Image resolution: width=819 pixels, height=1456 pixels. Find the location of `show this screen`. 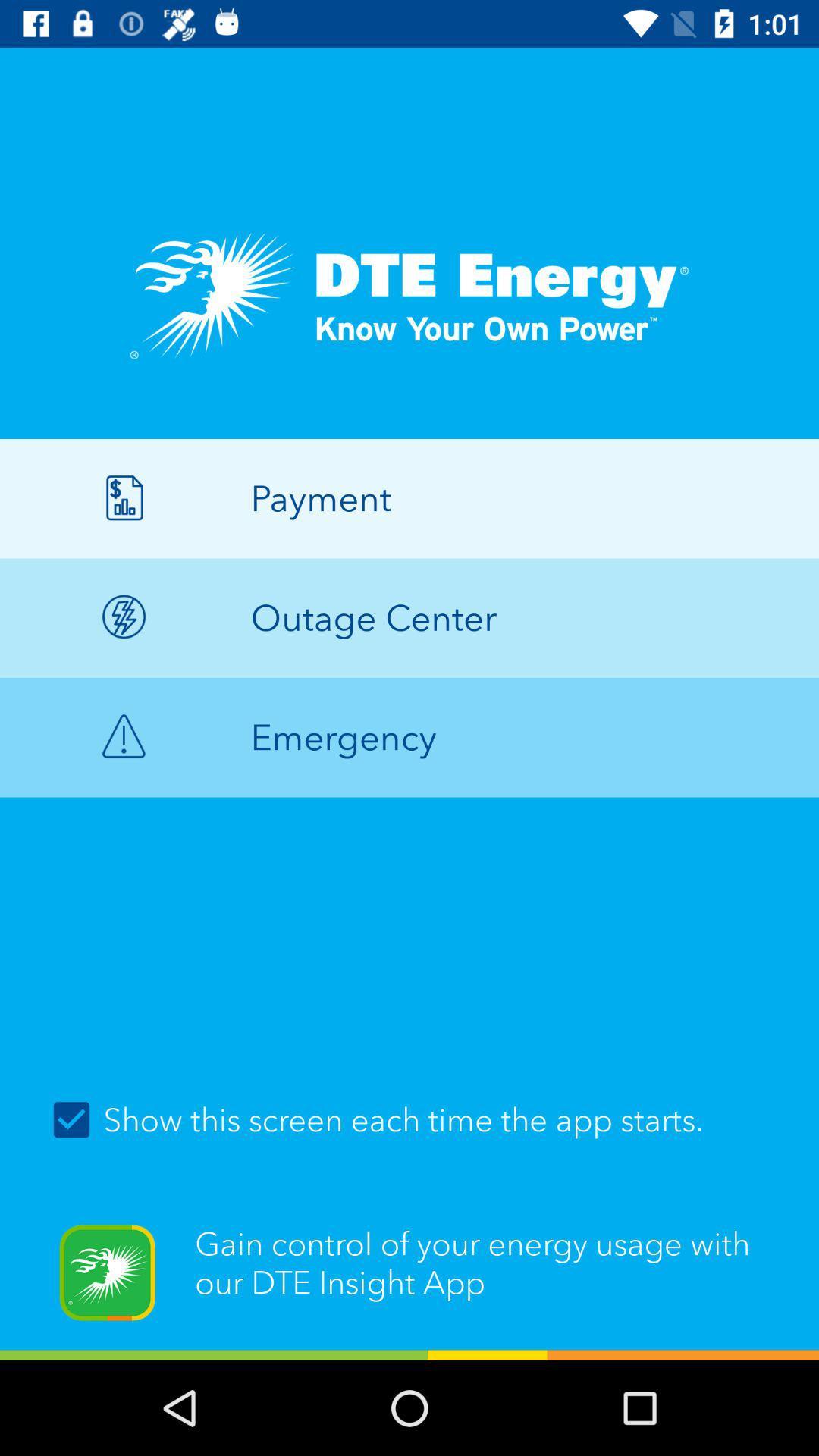

show this screen is located at coordinates (409, 1120).